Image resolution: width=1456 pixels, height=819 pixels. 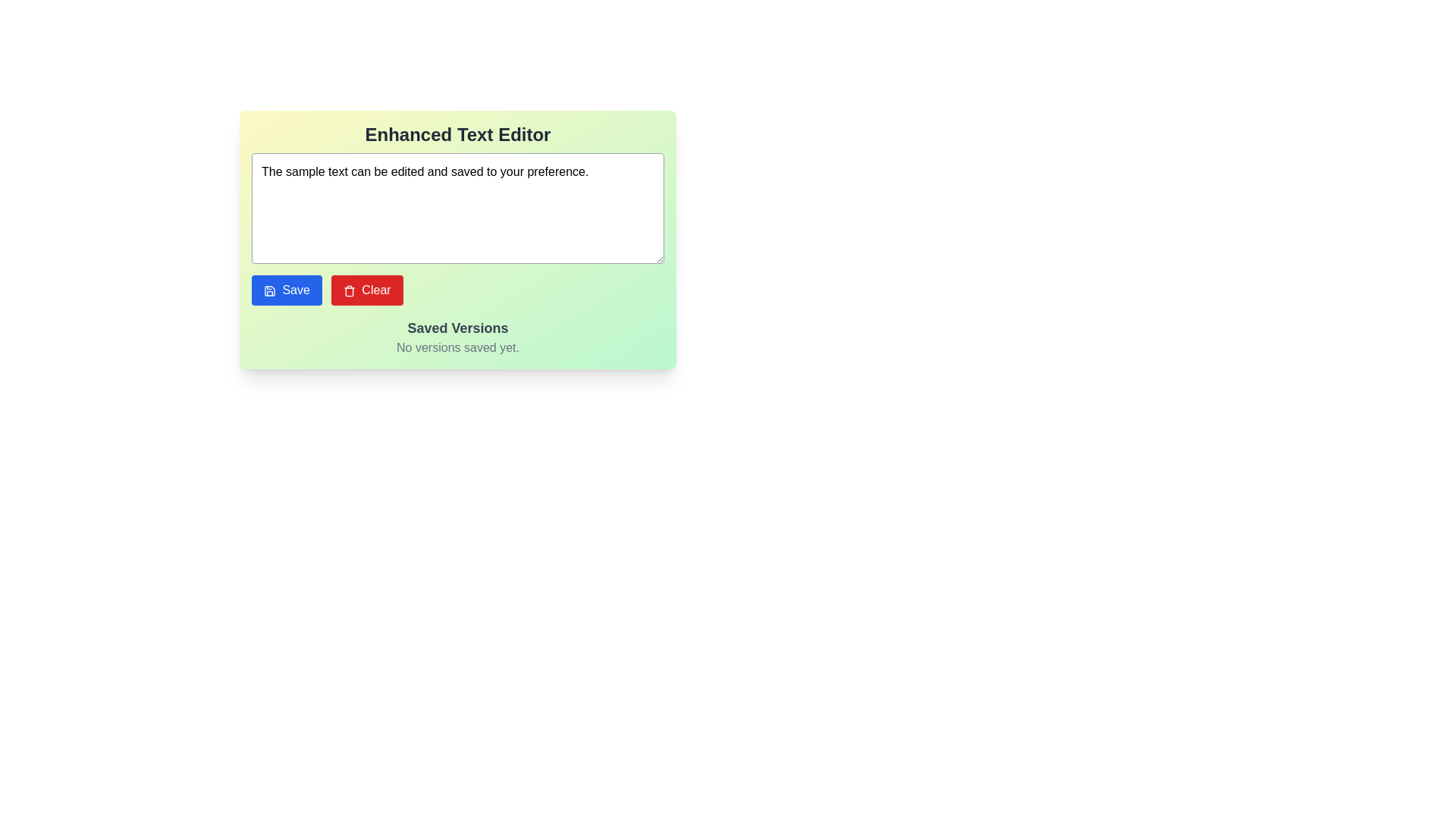 I want to click on the static text element displaying 'Enhanced Text Editor' in bold and large grayish font, located at the top of the form-like interface, so click(x=457, y=133).